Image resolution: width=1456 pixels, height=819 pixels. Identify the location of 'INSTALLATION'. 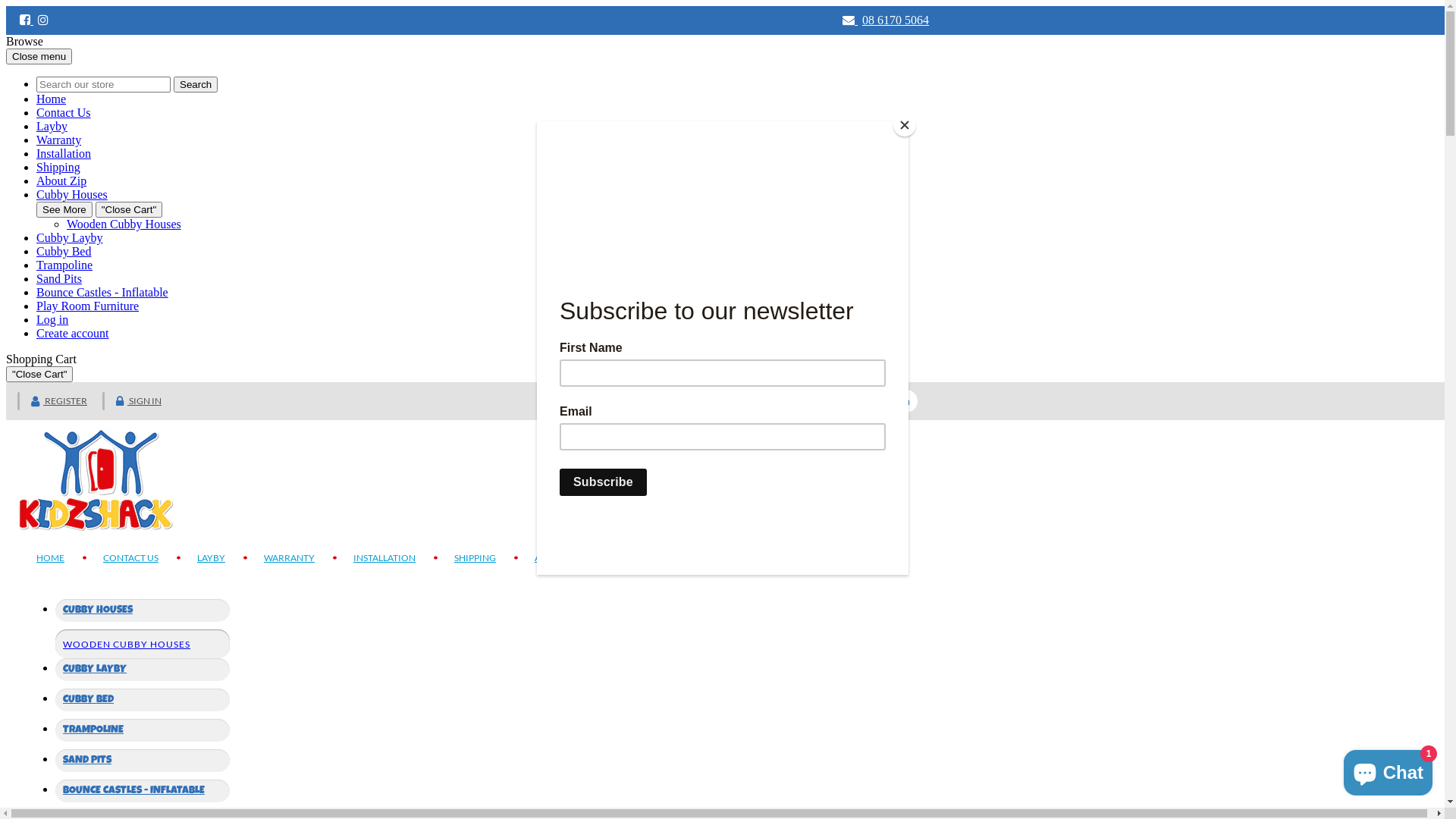
(384, 557).